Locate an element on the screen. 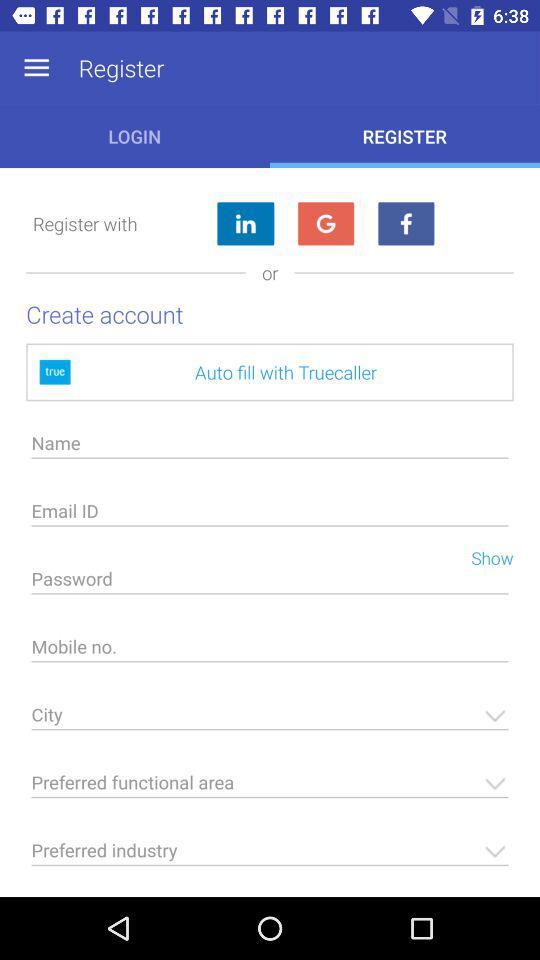  mobile number field is located at coordinates (270, 651).